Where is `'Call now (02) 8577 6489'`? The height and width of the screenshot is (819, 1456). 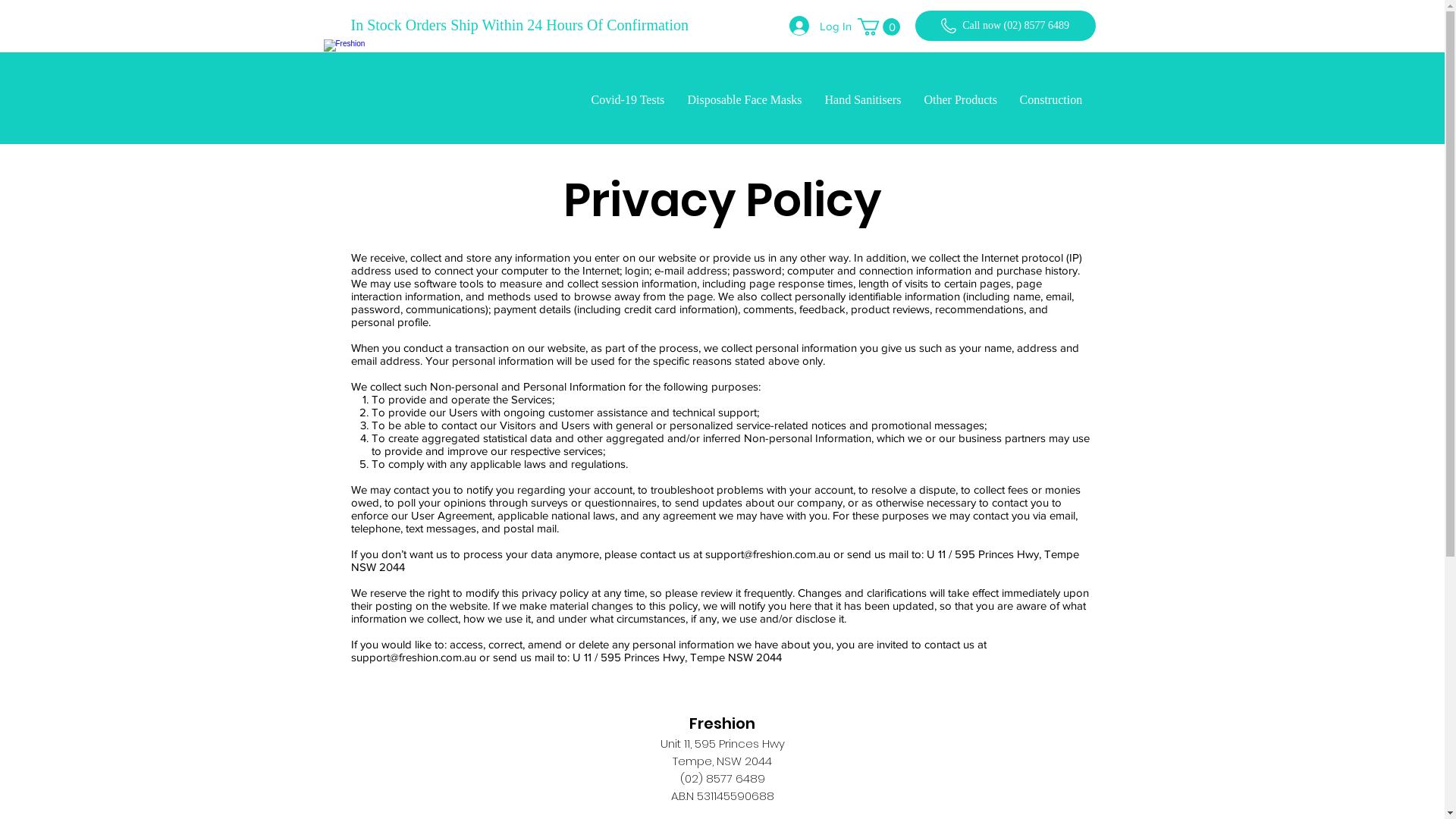 'Call now (02) 8577 6489' is located at coordinates (913, 26).